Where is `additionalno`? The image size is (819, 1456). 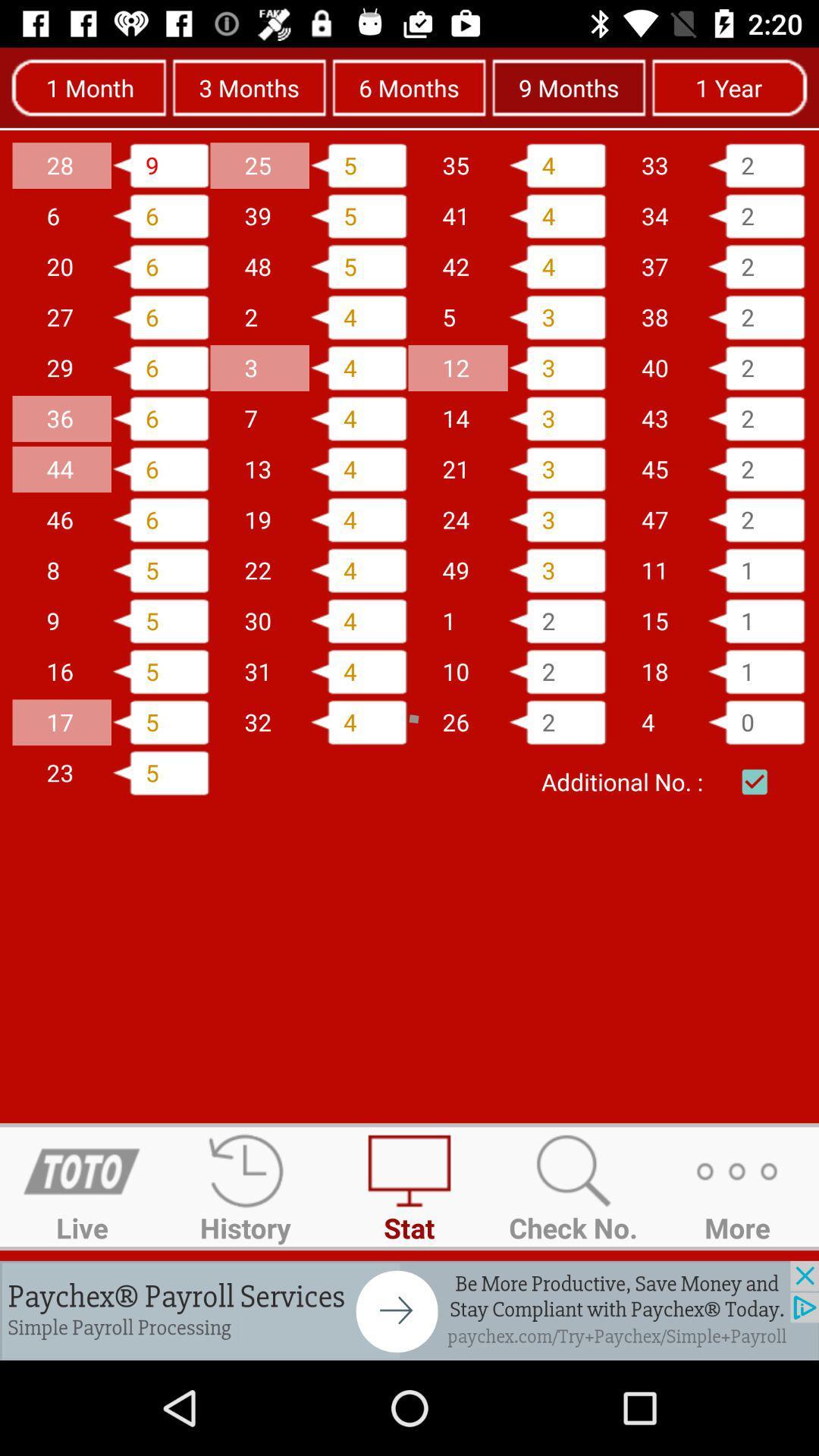
additionalno is located at coordinates (755, 782).